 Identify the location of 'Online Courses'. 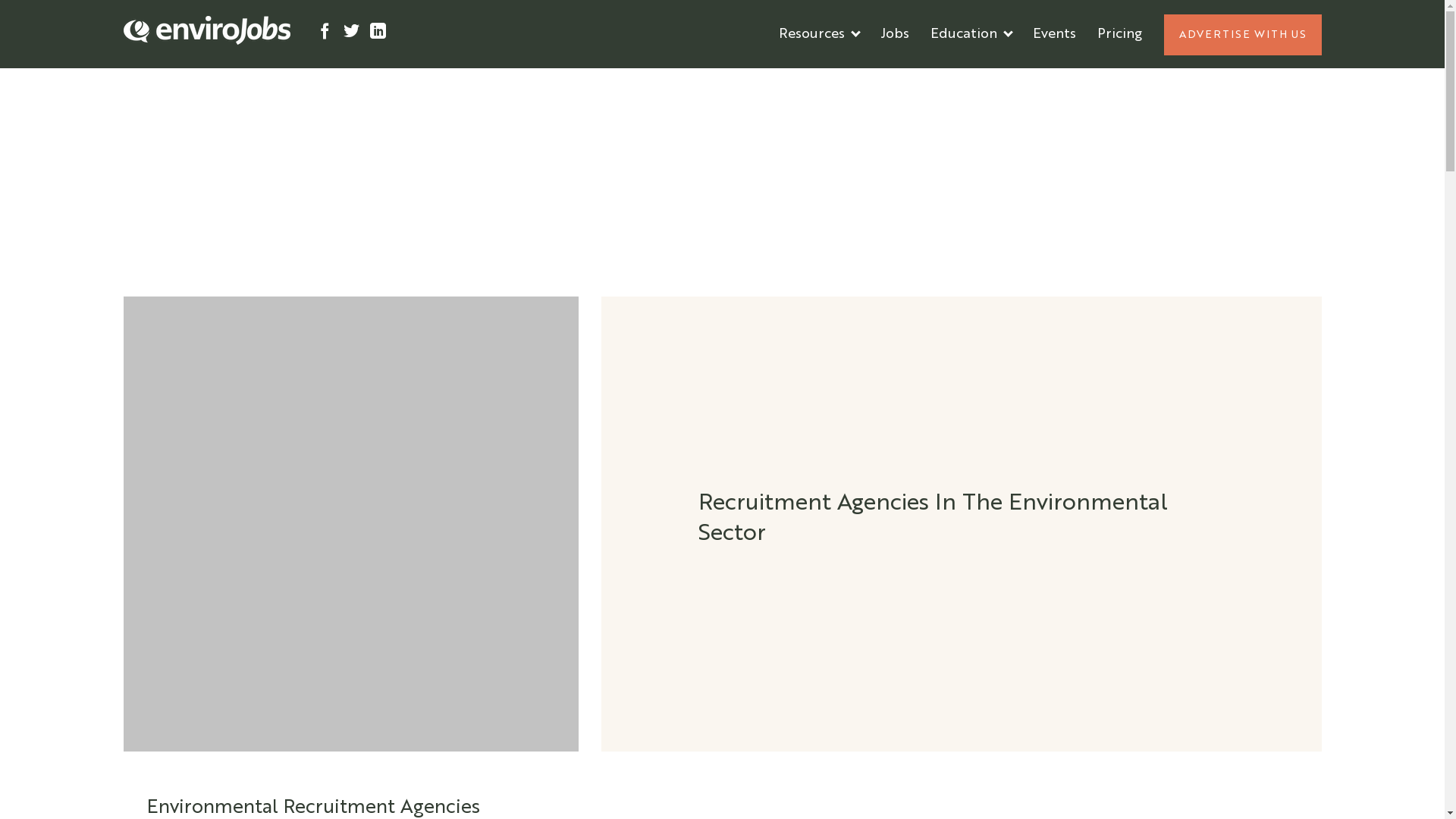
(979, 80).